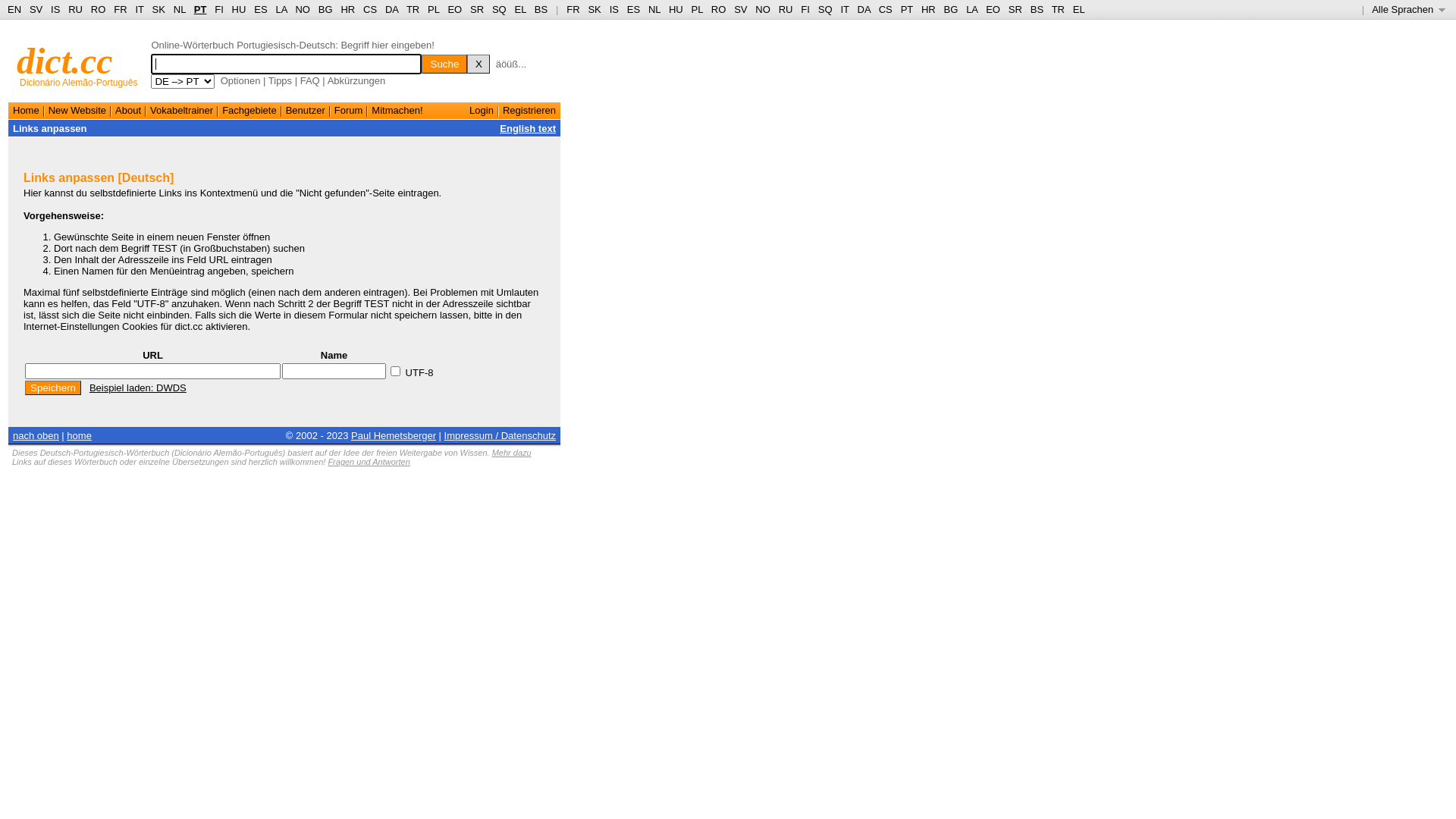 This screenshot has height=819, width=1456. I want to click on 'Alle Sprachen ', so click(1407, 9).